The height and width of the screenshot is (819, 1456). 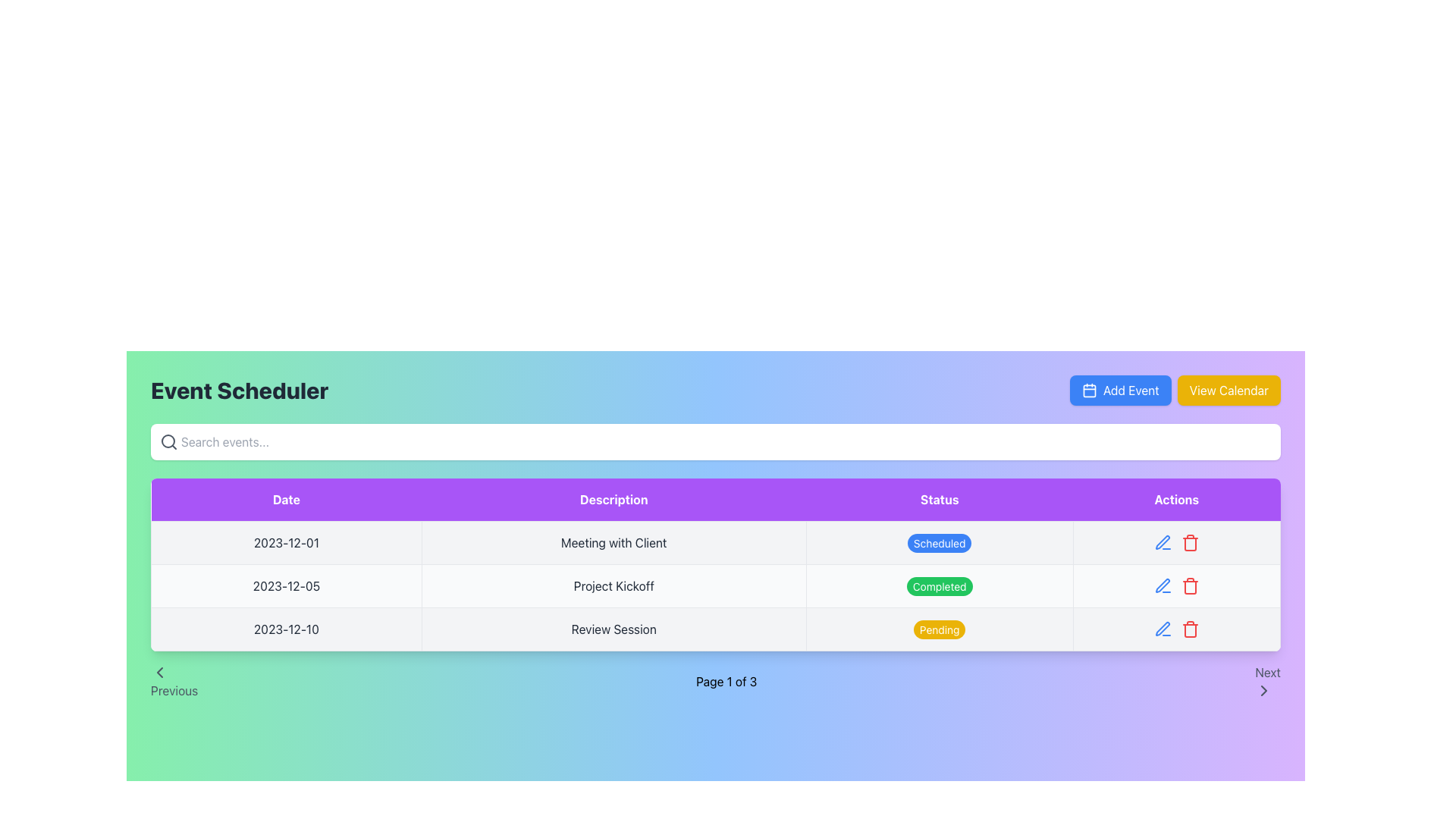 I want to click on the completion status label located in the 'Status' column of the second row, aligned with 'Project Kickoff' in the 'Description' column, so click(x=939, y=585).